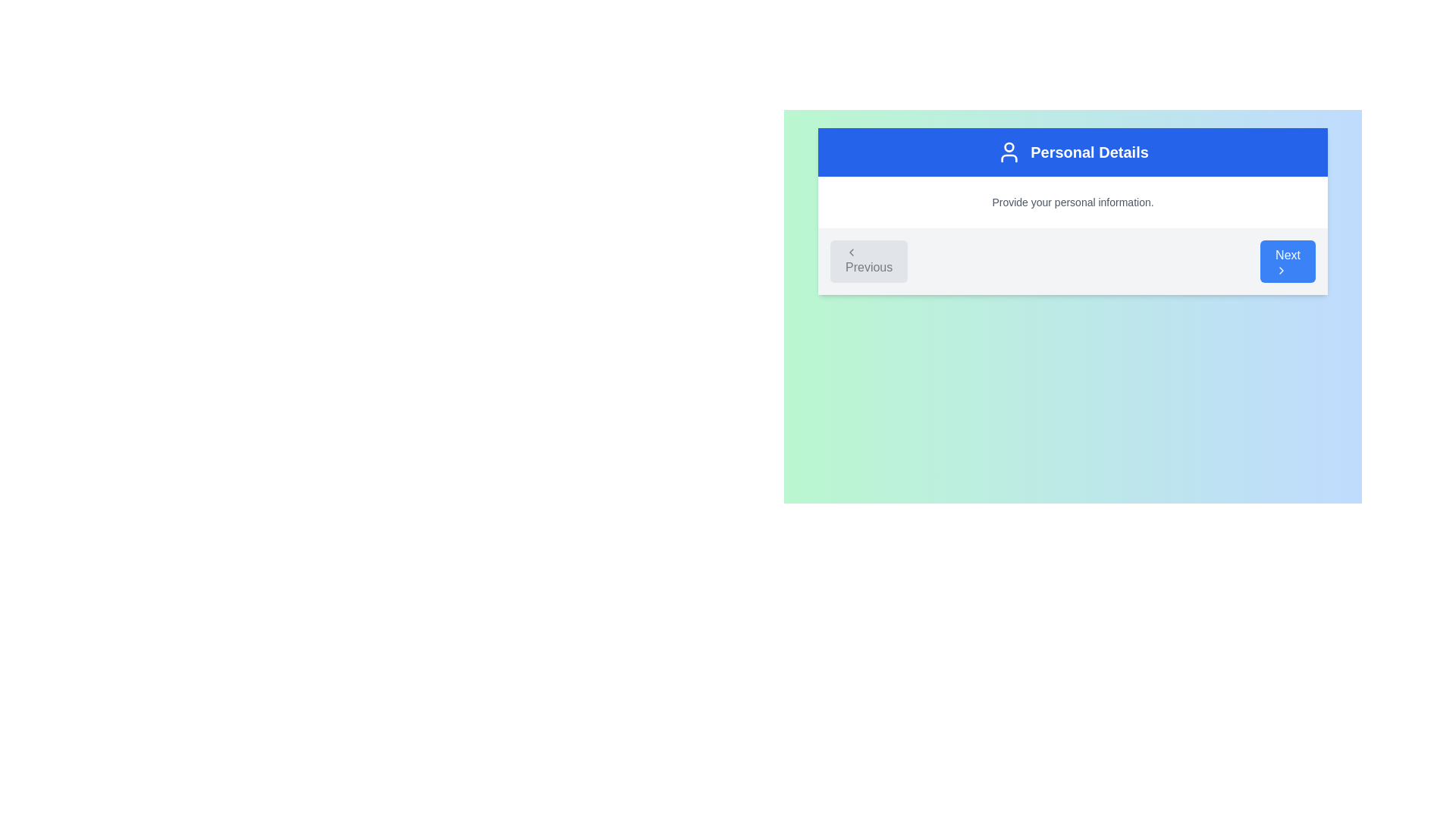  What do you see at coordinates (1009, 152) in the screenshot?
I see `the decorative icon located in the blue header bar to the left of the text 'Personal Details'` at bounding box center [1009, 152].